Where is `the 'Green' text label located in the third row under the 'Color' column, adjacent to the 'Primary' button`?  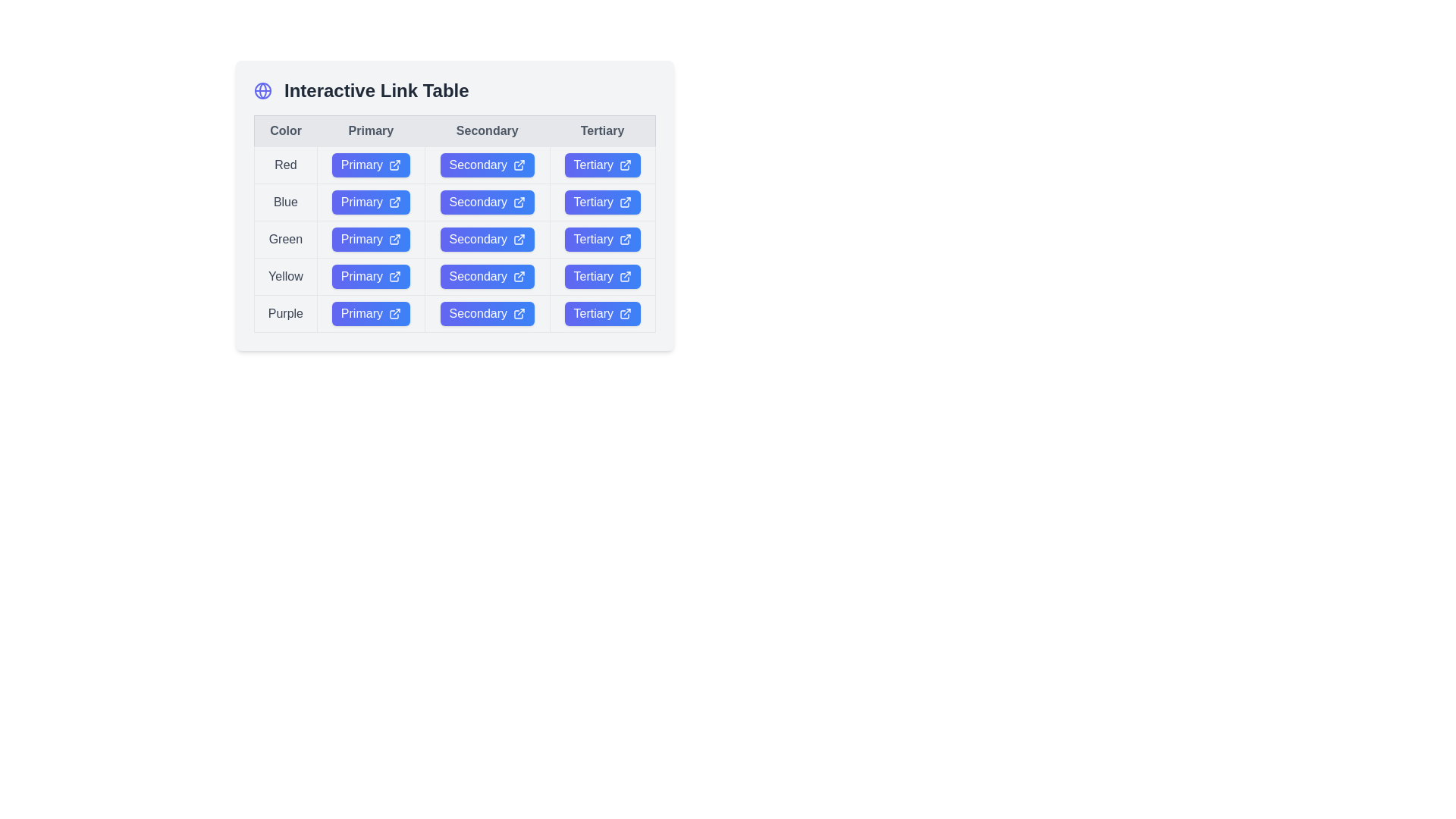
the 'Green' text label located in the third row under the 'Color' column, adjacent to the 'Primary' button is located at coordinates (285, 239).